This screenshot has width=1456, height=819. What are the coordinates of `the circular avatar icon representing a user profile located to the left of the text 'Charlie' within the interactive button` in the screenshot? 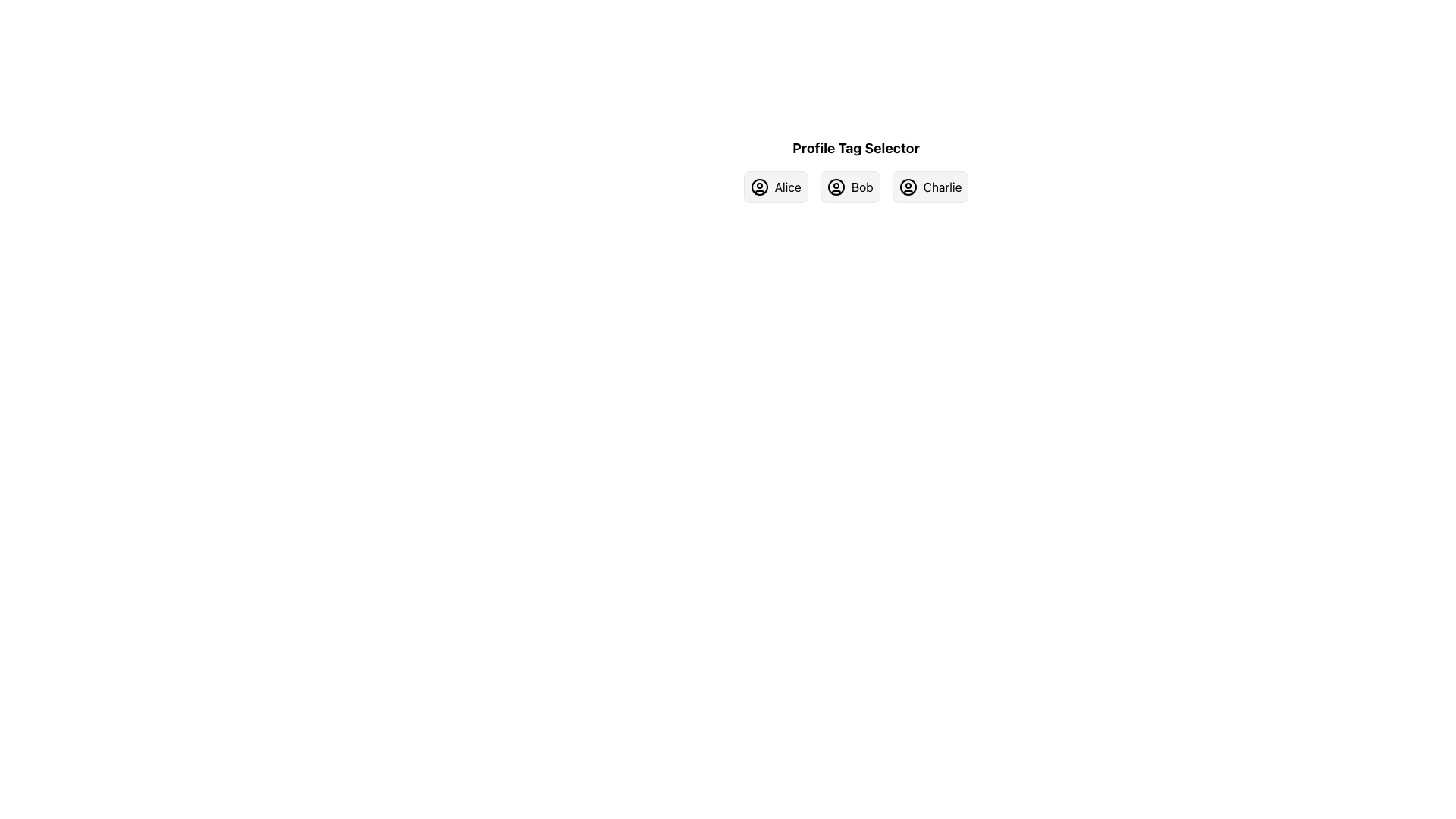 It's located at (908, 186).